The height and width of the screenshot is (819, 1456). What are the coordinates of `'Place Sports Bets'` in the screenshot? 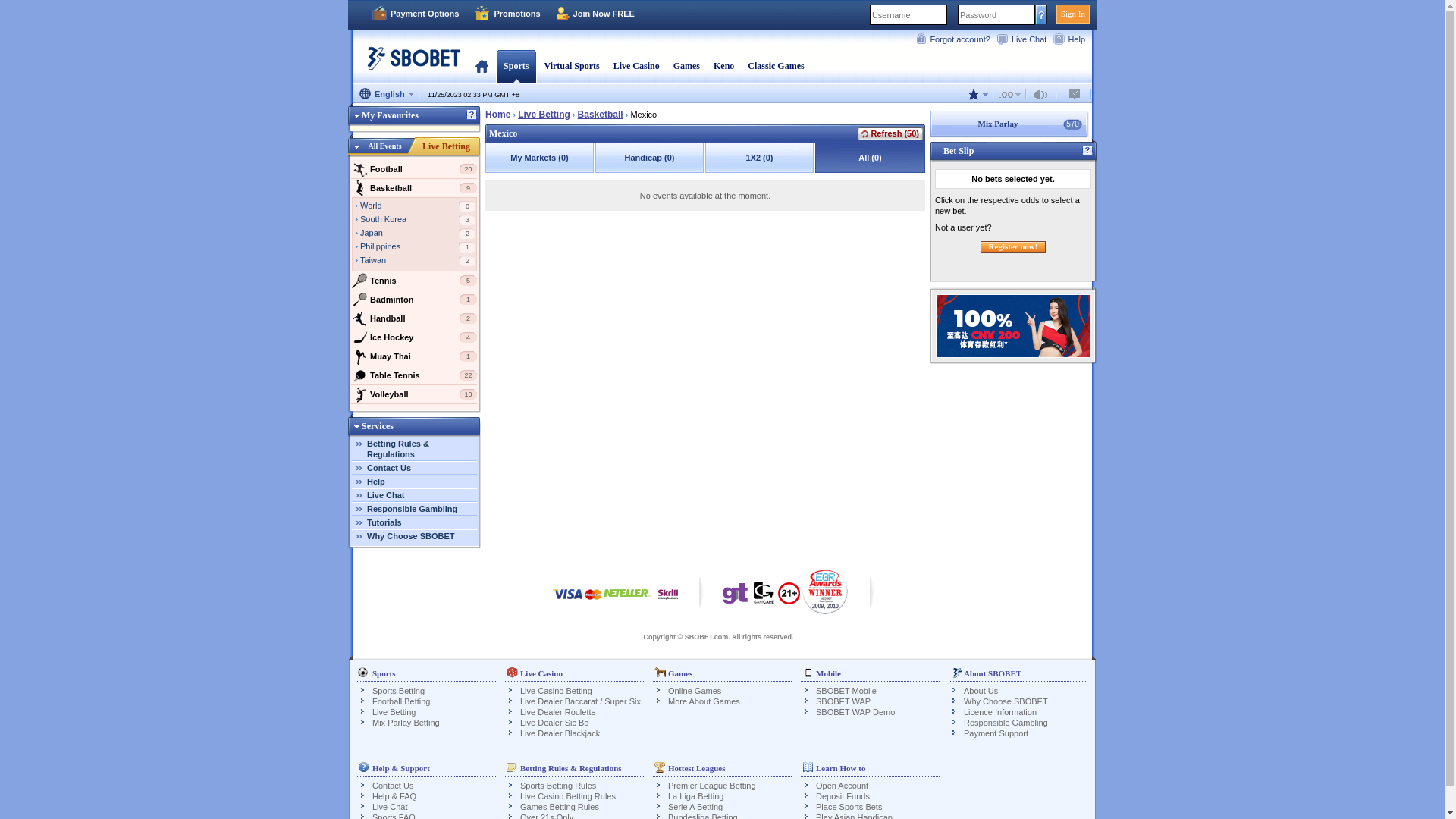 It's located at (814, 806).